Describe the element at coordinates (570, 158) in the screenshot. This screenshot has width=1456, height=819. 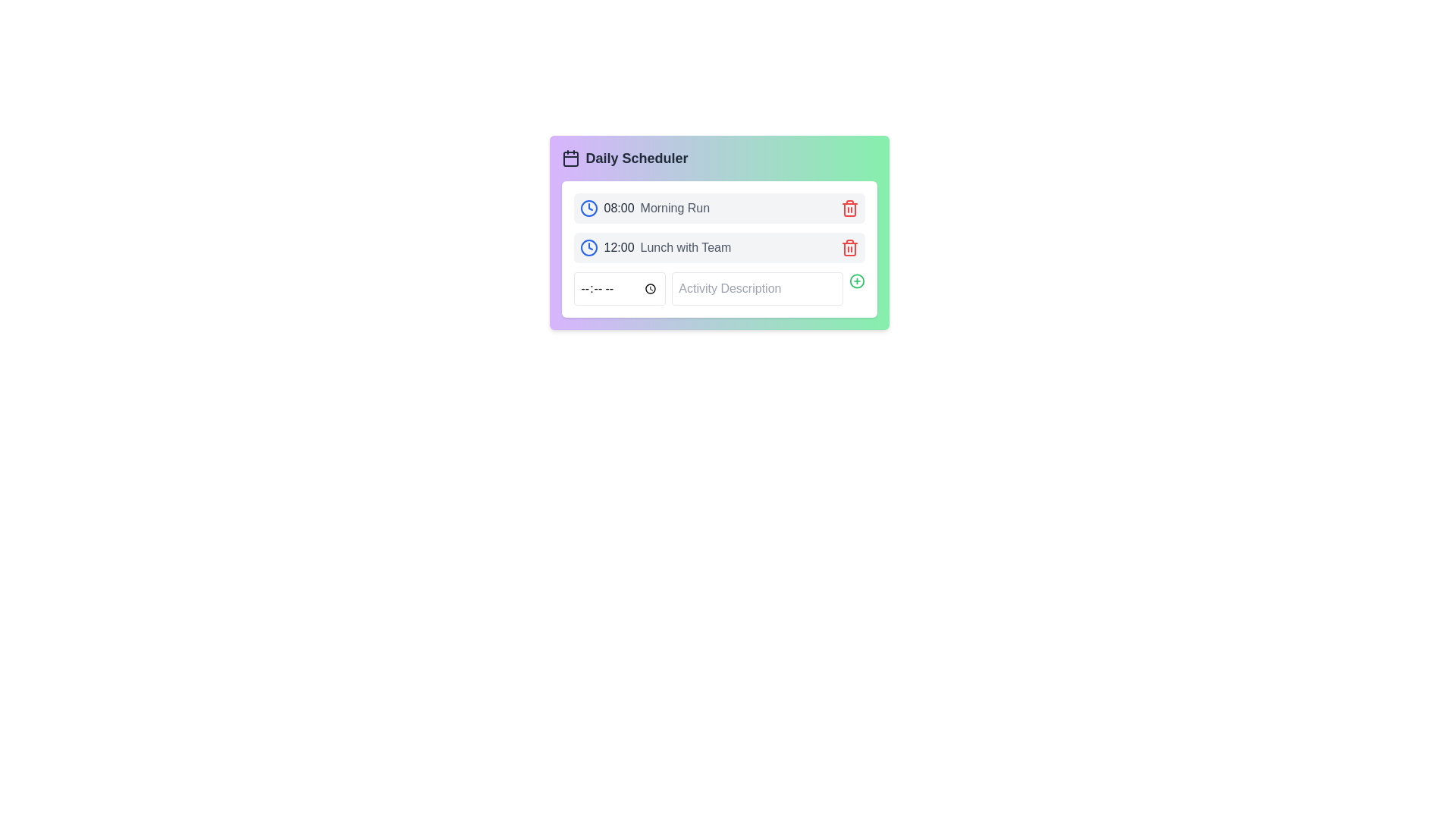
I see `the schedule icon located at the top-left corner of the 'Daily Scheduler' header to ensure accessibility` at that location.